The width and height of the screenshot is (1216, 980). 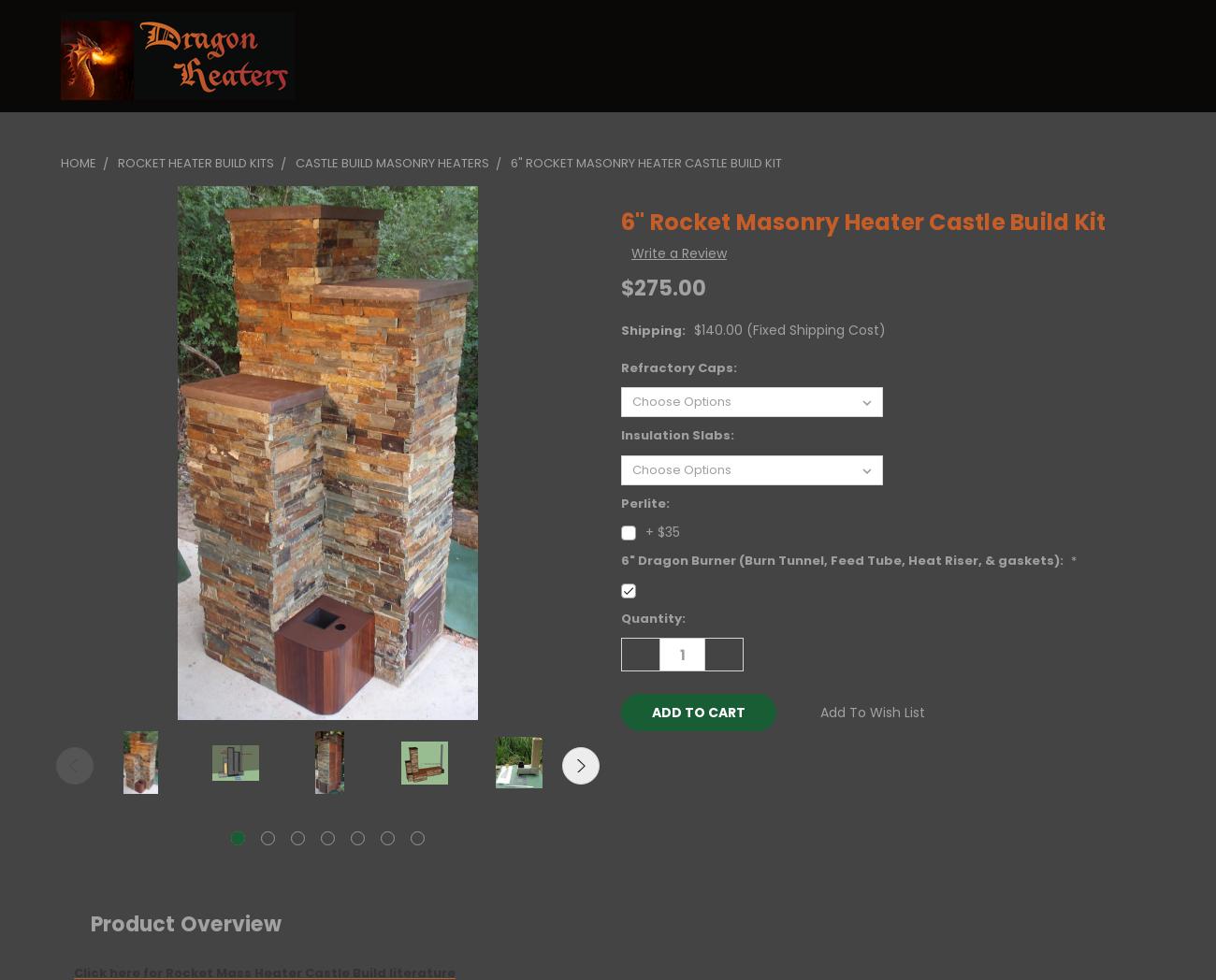 I want to click on '. You can use stone or steel. Depending on the stone you may want to consider still using some a ceramic blanket pad to shield the stone from the most intense heat it will reduce thermal stress on any decorative materials used, although it will do so at the expense of reducing the surface temperature. Some users want to keep it hot for emergency cooking.', so click(x=619, y=92).